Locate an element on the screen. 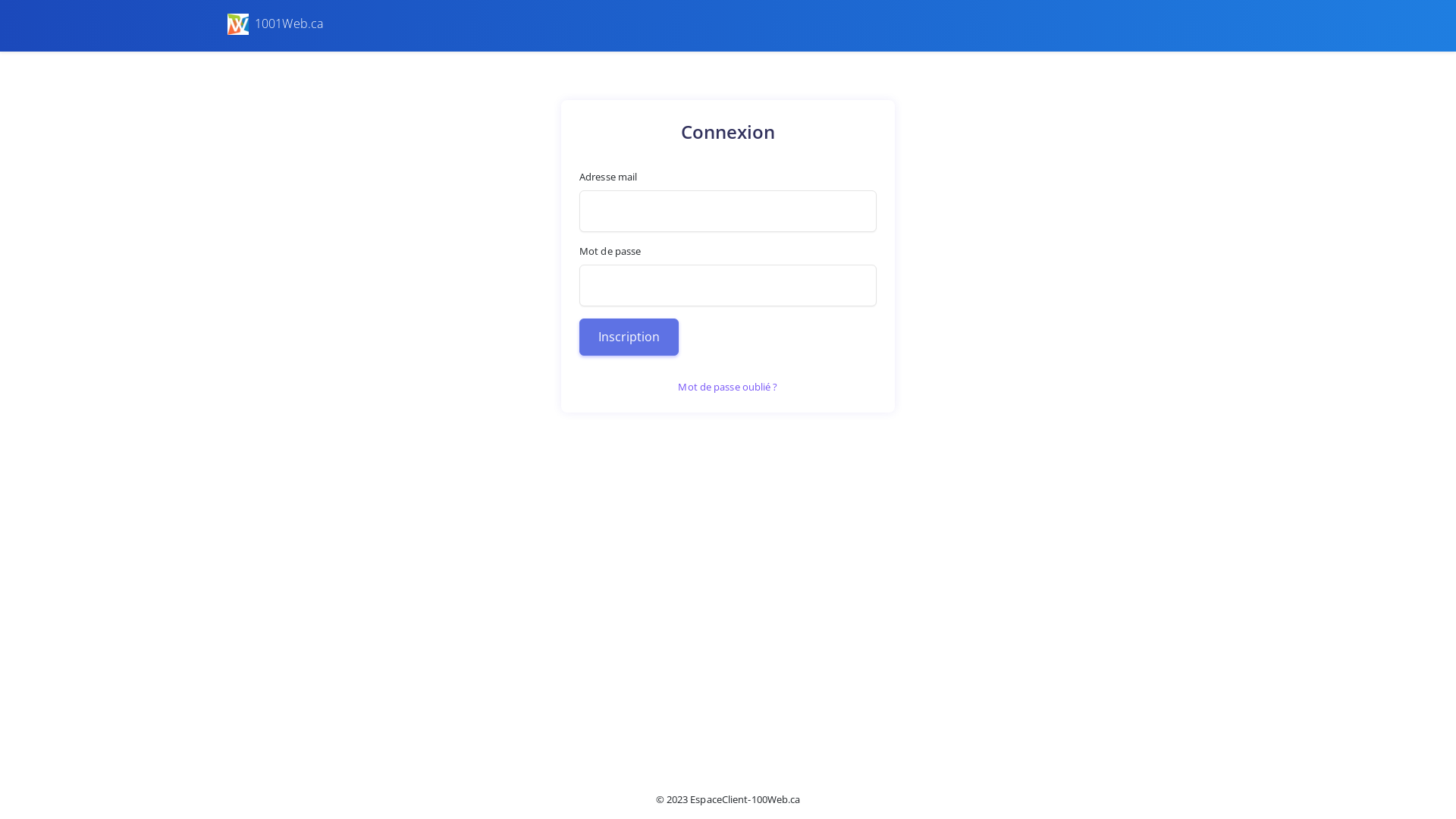  'Inscription' is located at coordinates (578, 336).